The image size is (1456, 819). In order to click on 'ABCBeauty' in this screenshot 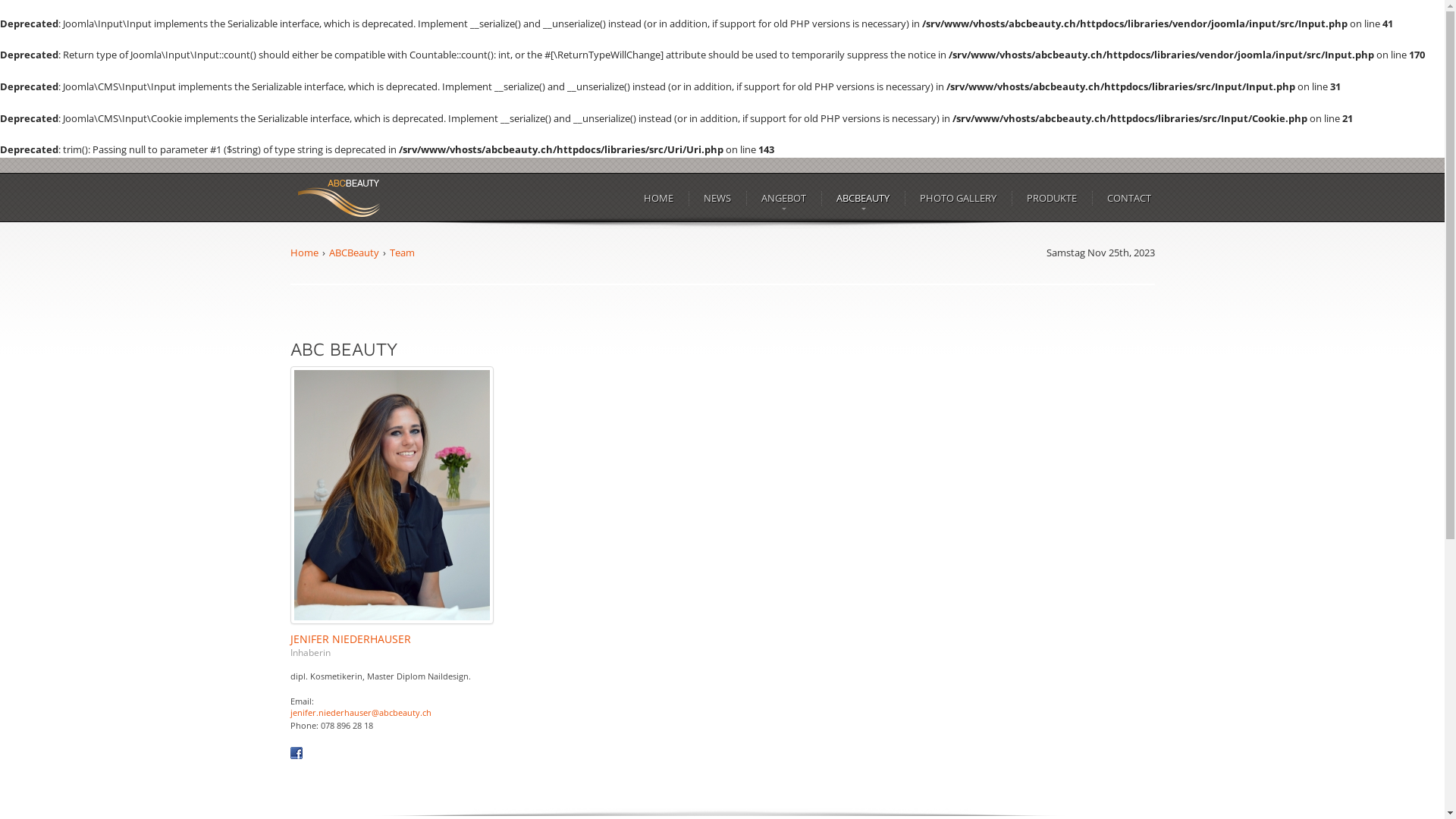, I will do `click(328, 251)`.